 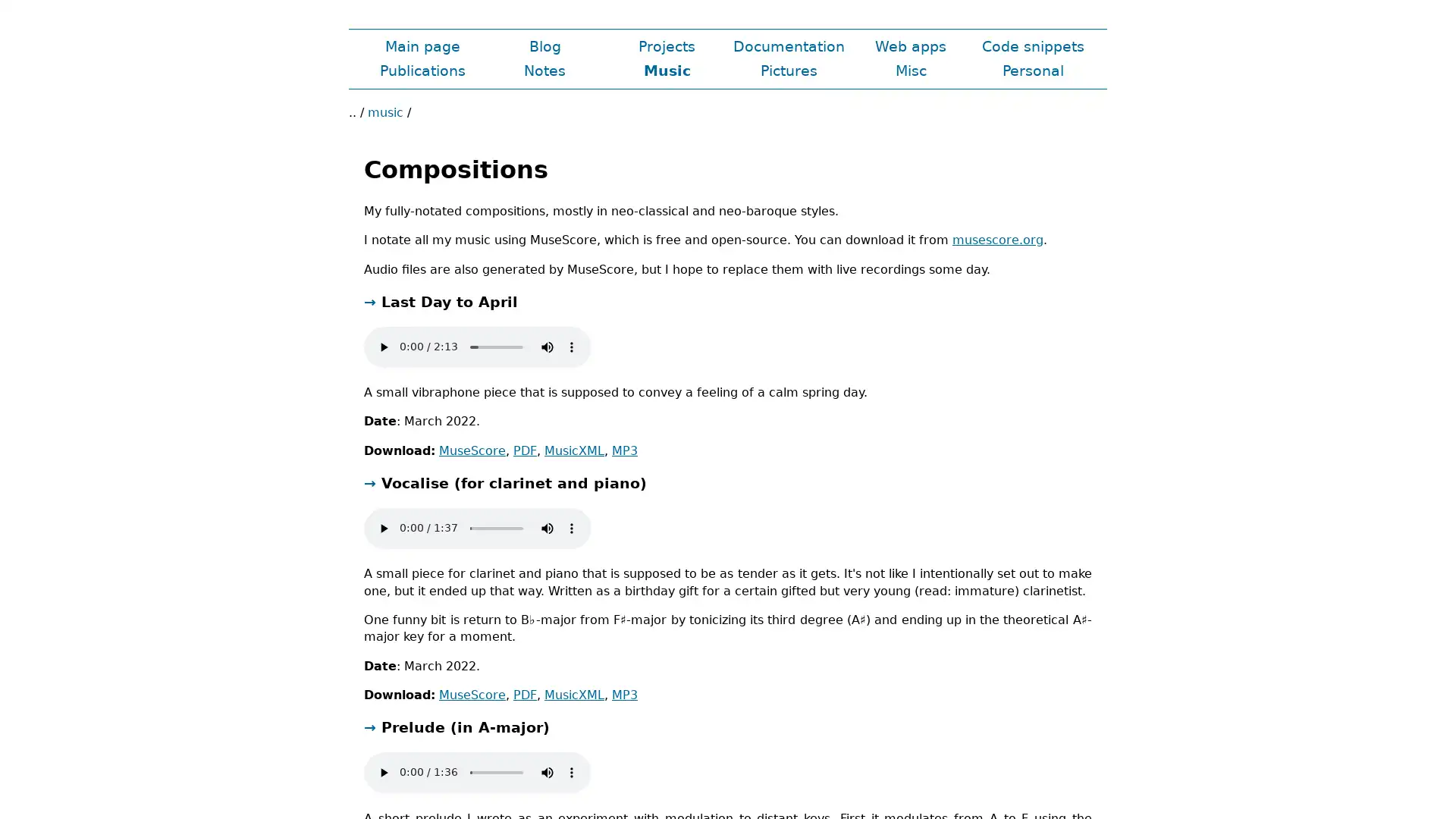 I want to click on show more media controls, so click(x=570, y=772).